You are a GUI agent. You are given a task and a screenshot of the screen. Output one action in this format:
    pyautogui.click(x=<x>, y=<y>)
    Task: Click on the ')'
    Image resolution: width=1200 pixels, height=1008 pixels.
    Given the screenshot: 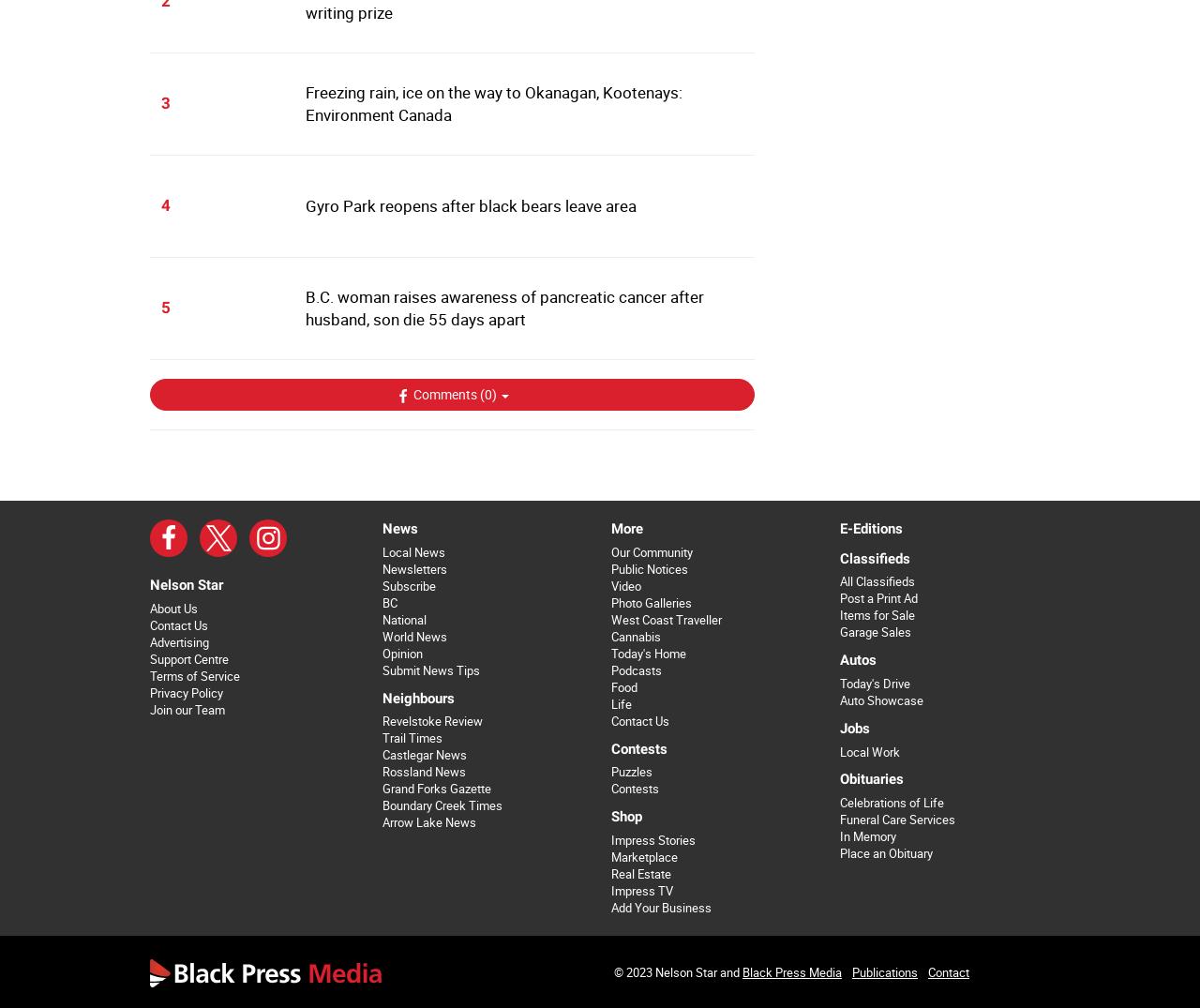 What is the action you would take?
    pyautogui.click(x=492, y=393)
    